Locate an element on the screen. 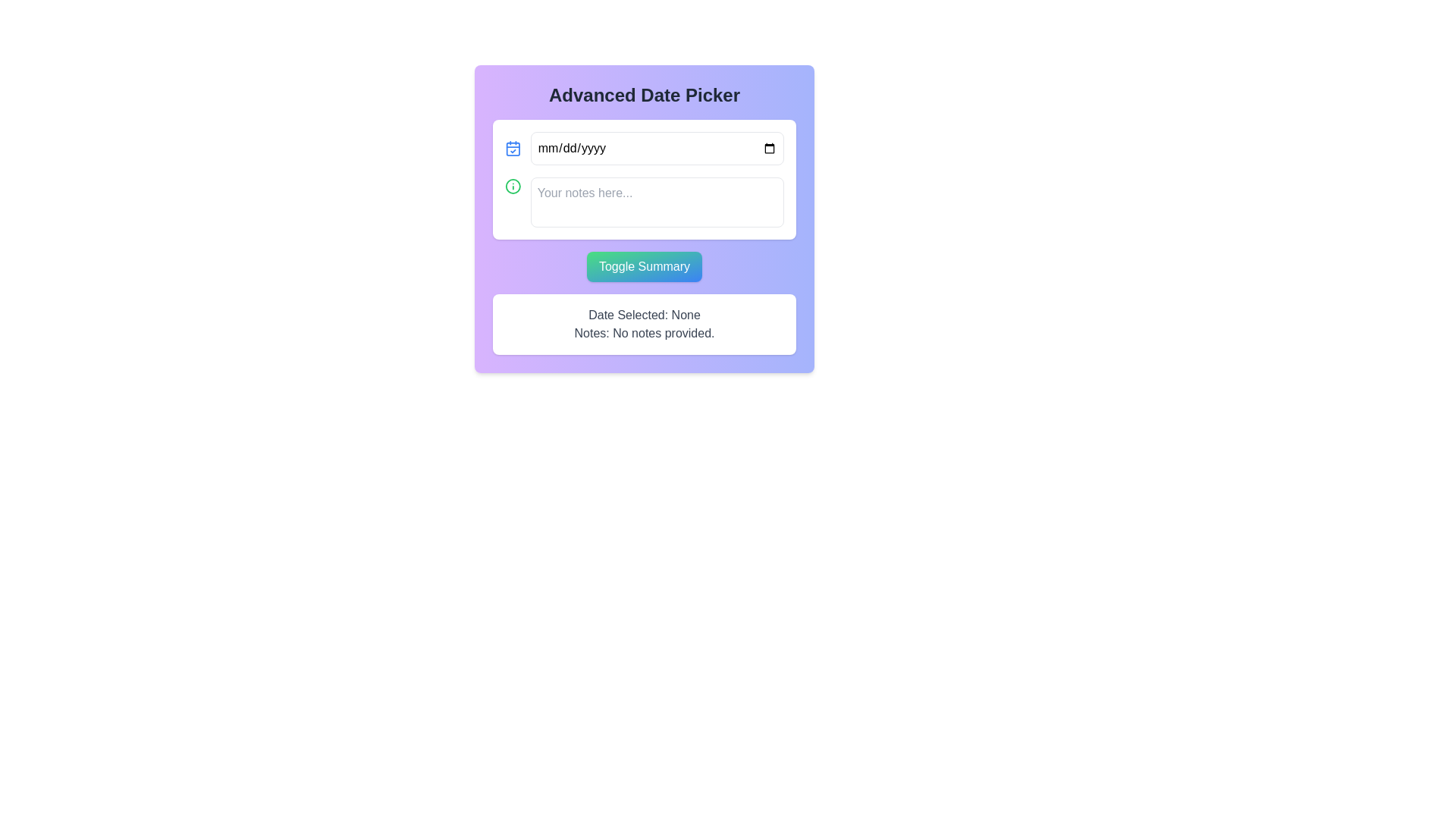  the text label displaying 'Notes: No notes provided.' which is styled in gray and located below 'Date Selected: None' is located at coordinates (644, 332).